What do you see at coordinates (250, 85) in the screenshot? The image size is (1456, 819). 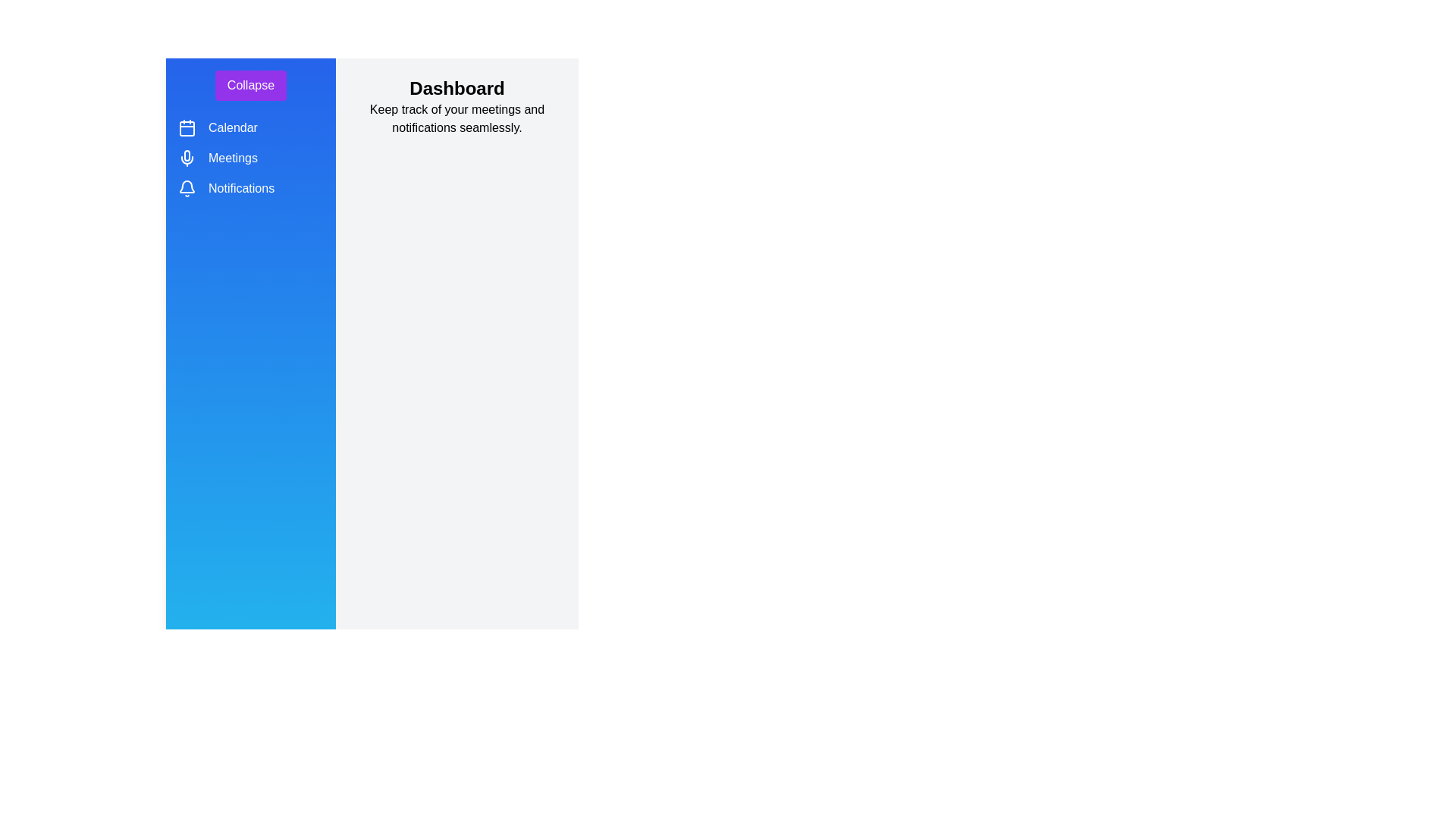 I see `the 'Collapse' button to toggle the drawer` at bounding box center [250, 85].